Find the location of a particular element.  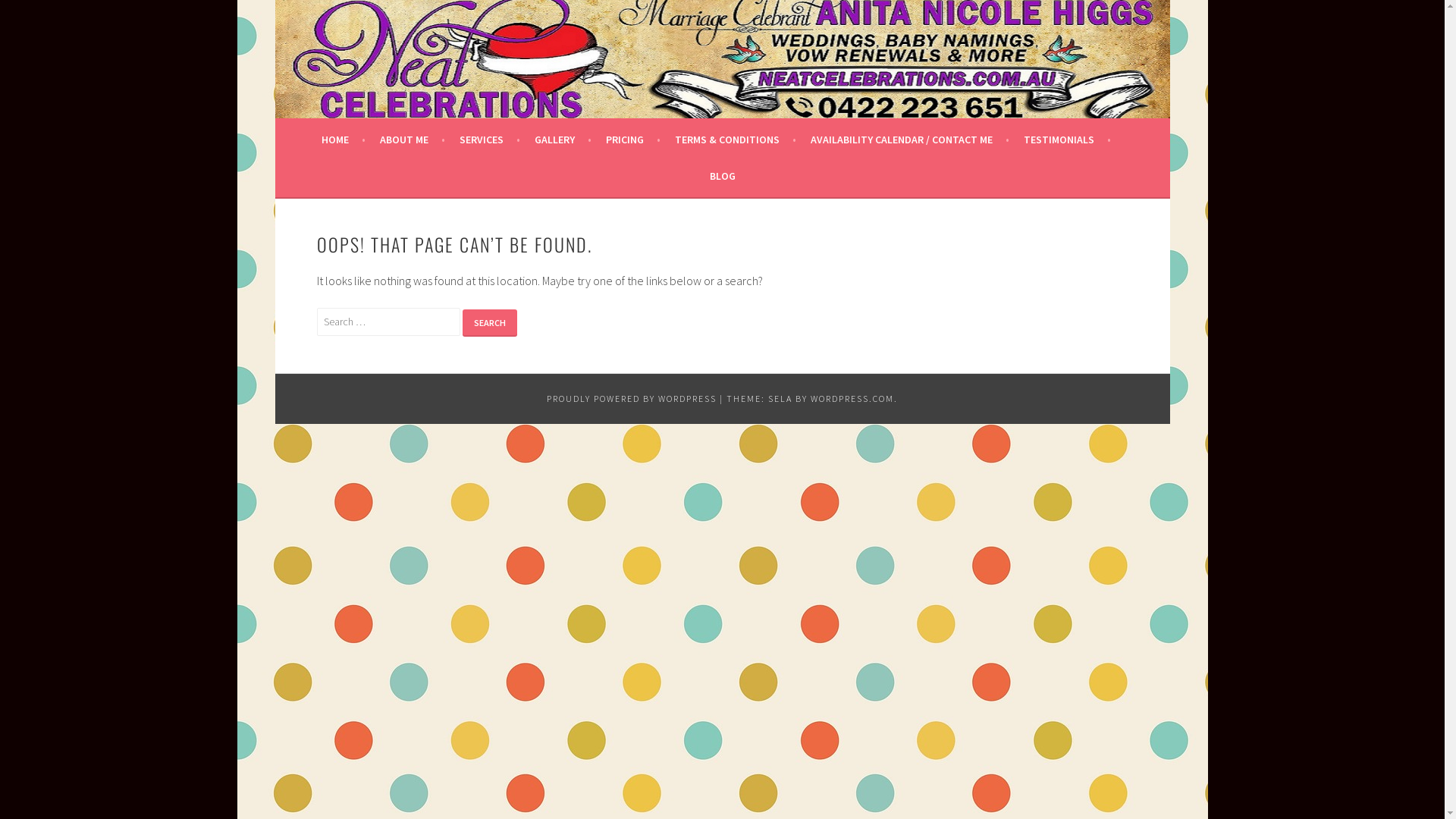

'SERVICES' is located at coordinates (490, 140).